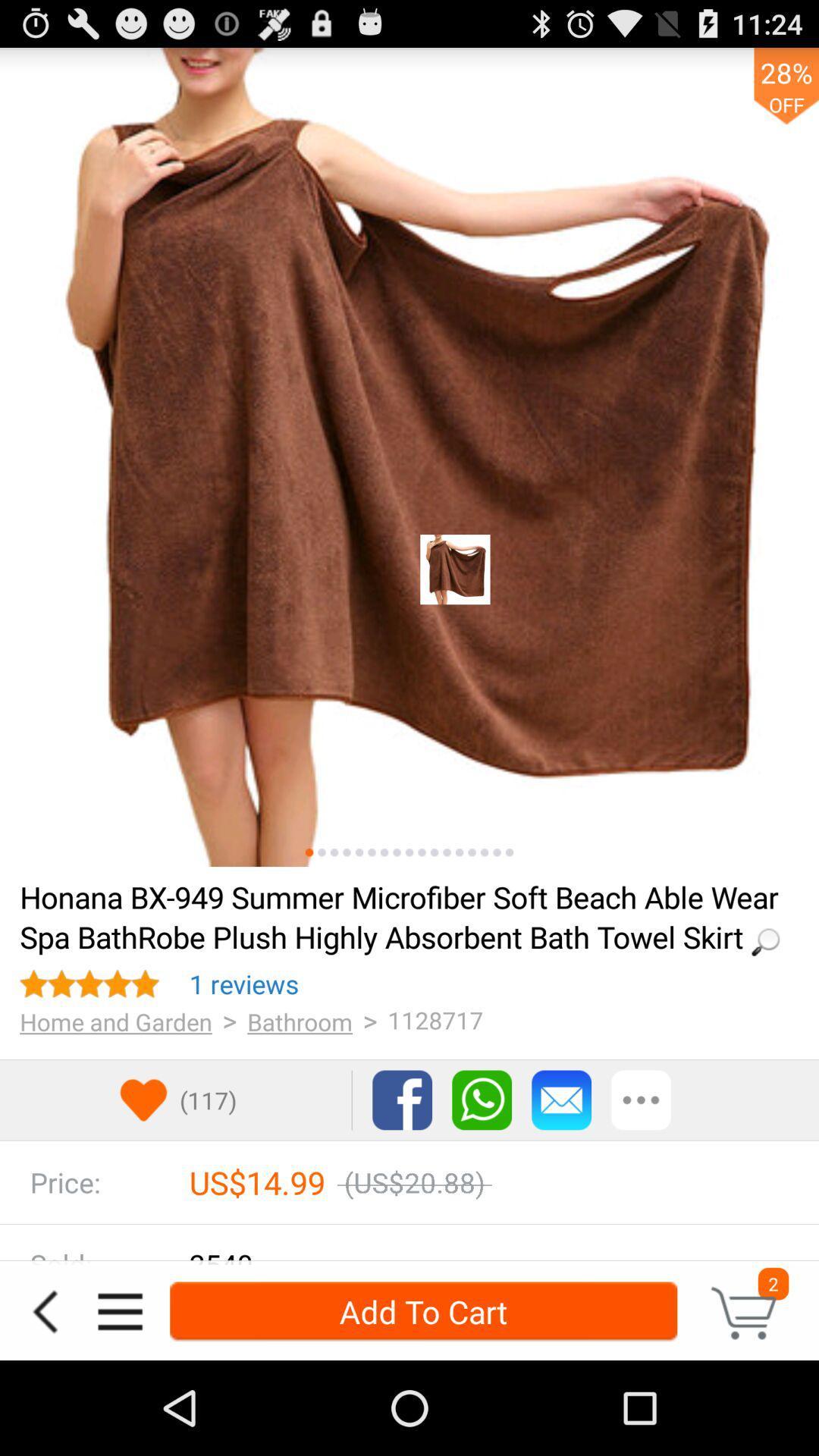 This screenshot has height=1456, width=819. Describe the element at coordinates (309, 852) in the screenshot. I see `first slide` at that location.